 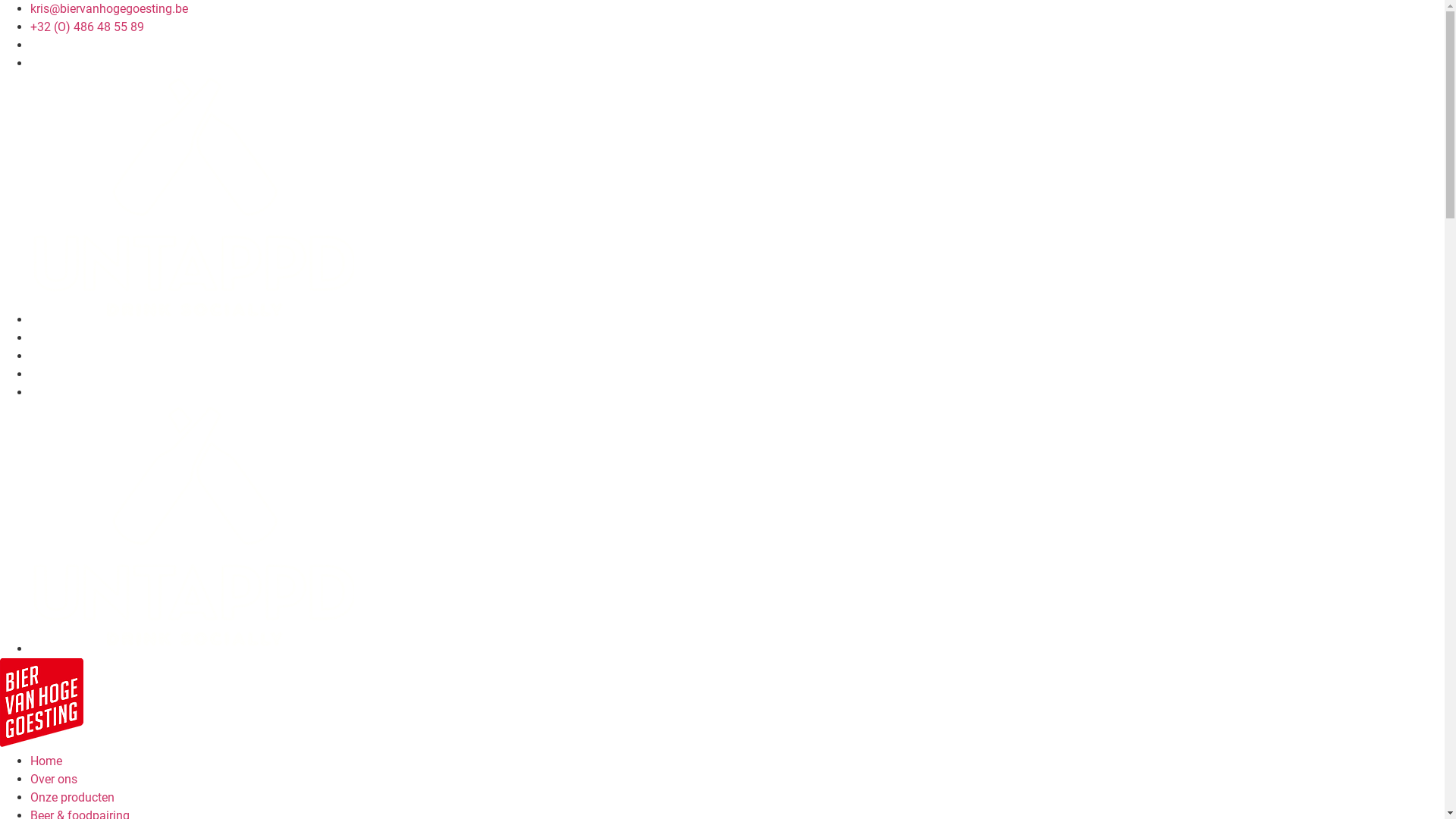 What do you see at coordinates (30, 27) in the screenshot?
I see `'+32 (O) 486 48 55 89'` at bounding box center [30, 27].